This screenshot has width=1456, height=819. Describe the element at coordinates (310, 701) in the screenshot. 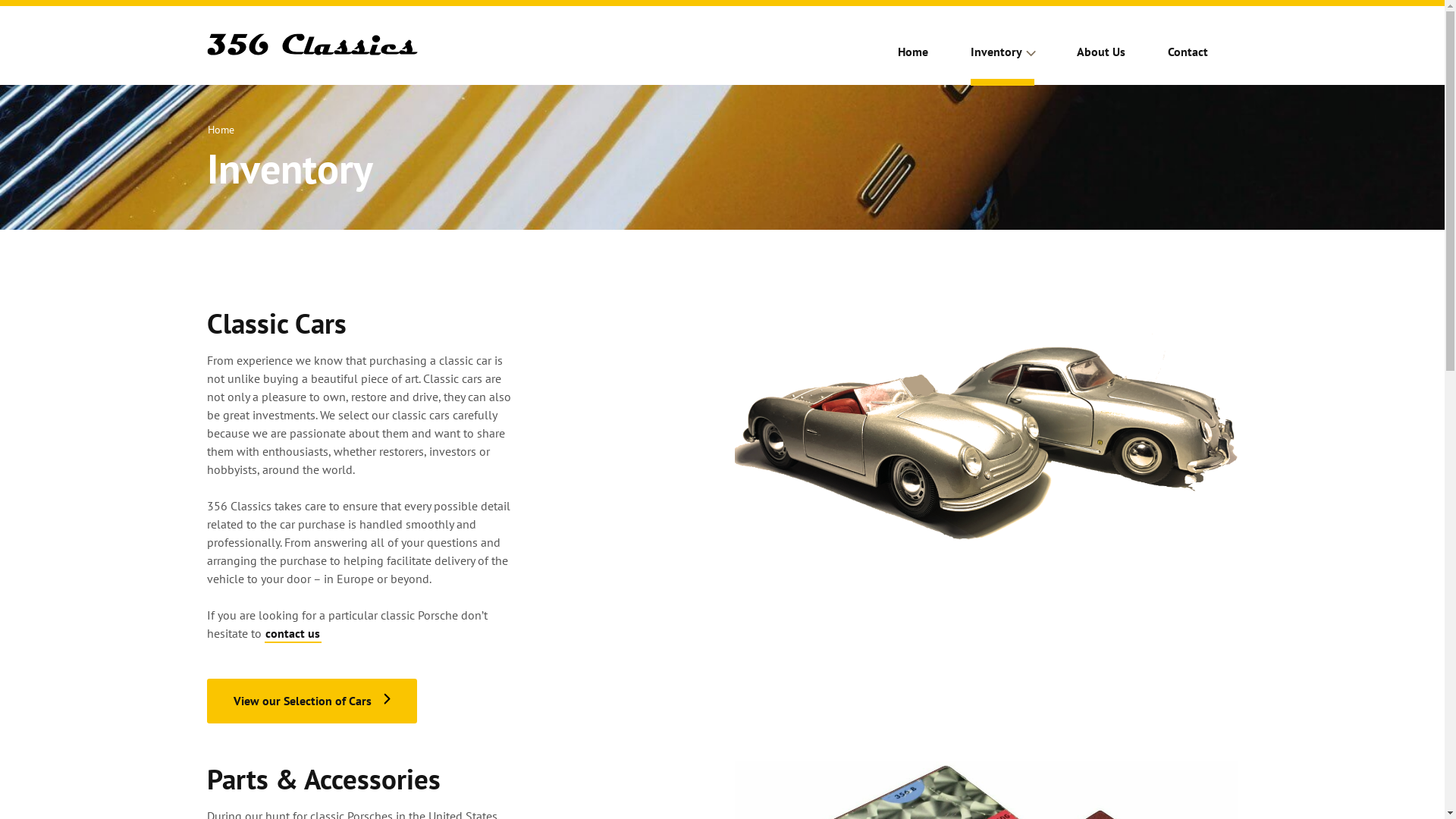

I see `'View our Selection of Cars'` at that location.